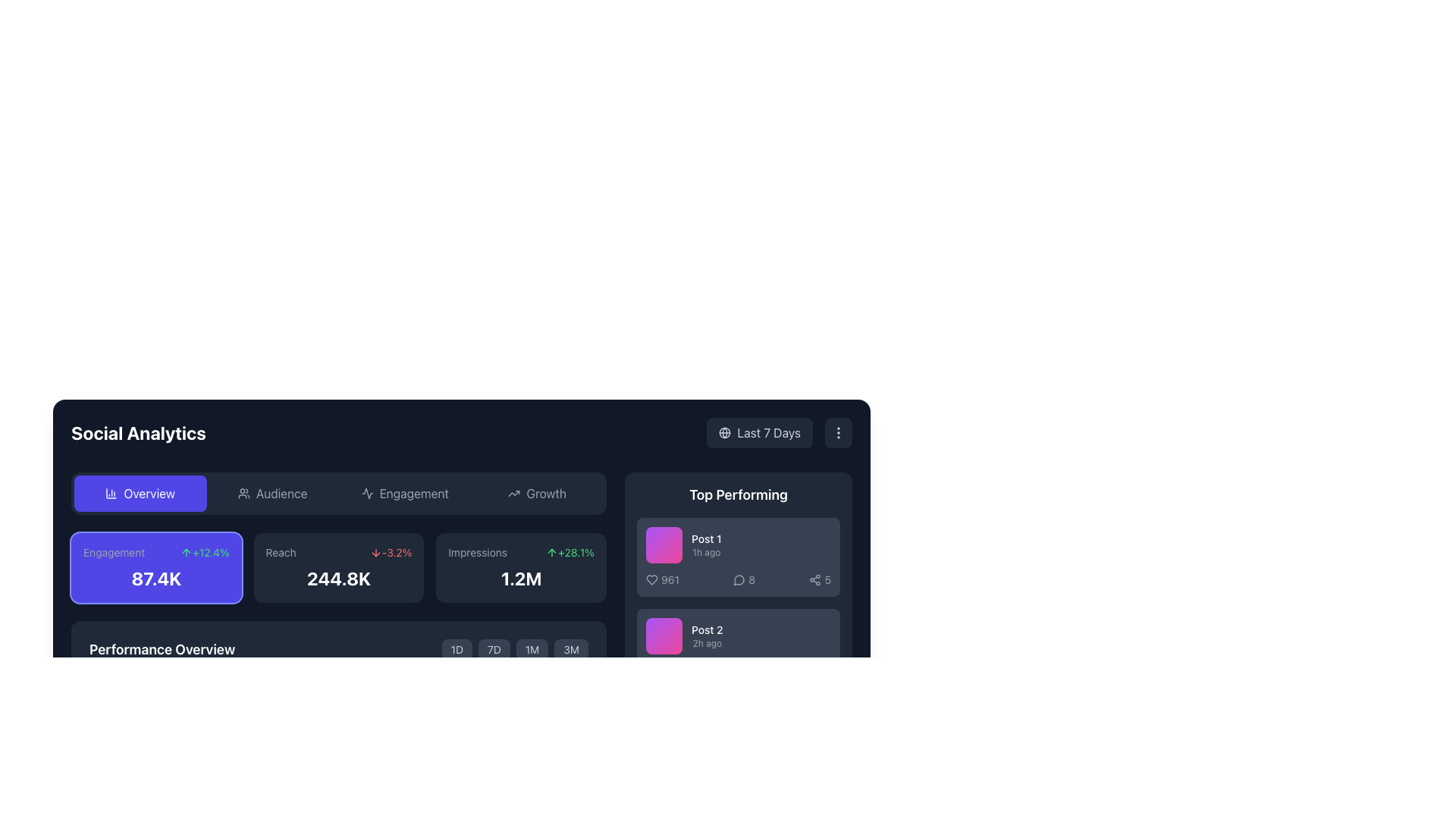 The image size is (1456, 819). What do you see at coordinates (739, 648) in the screenshot?
I see `the second post card with a dark gray background and 'Post 2' text` at bounding box center [739, 648].